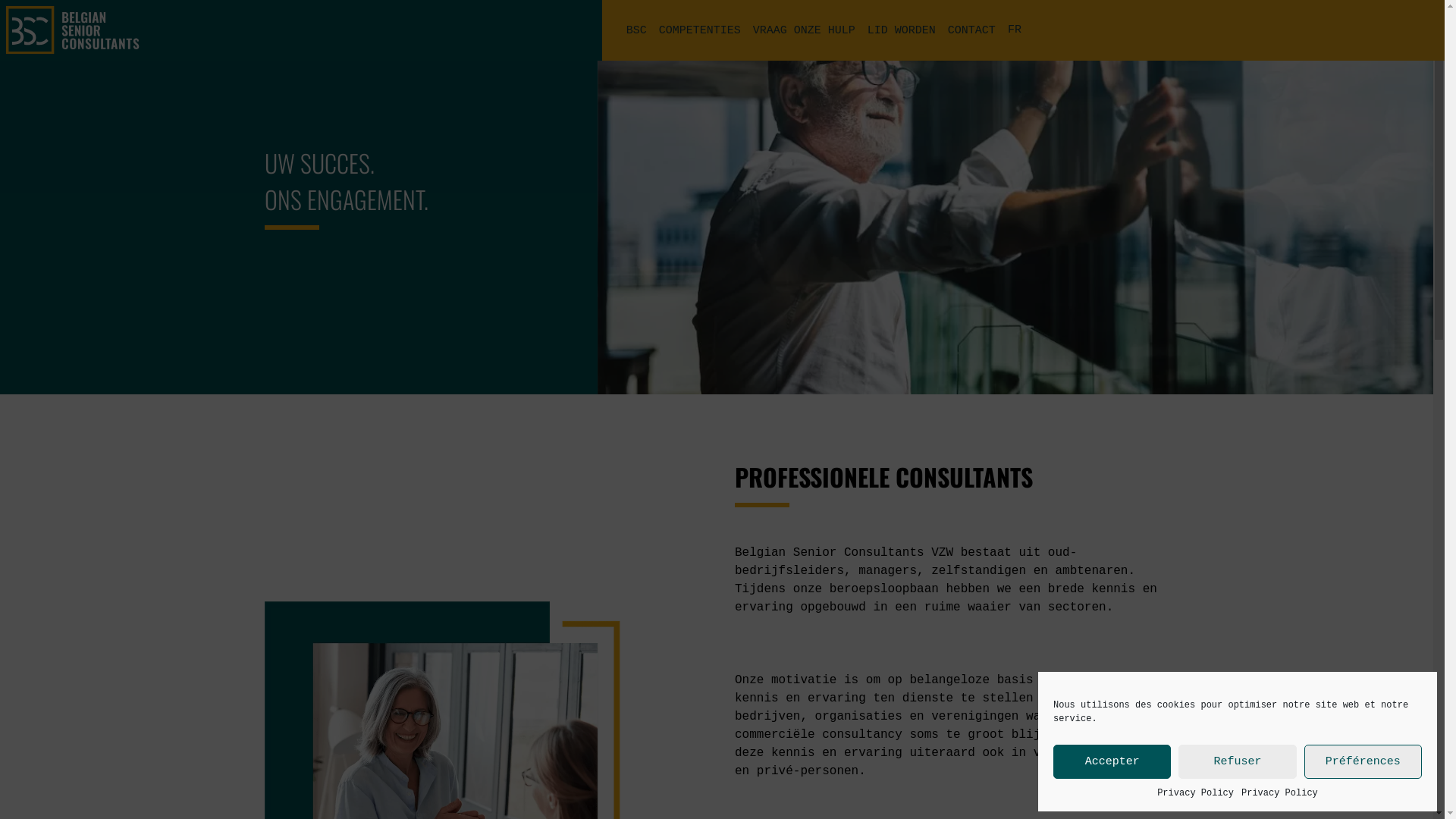  I want to click on 'CONTACT', so click(946, 30).